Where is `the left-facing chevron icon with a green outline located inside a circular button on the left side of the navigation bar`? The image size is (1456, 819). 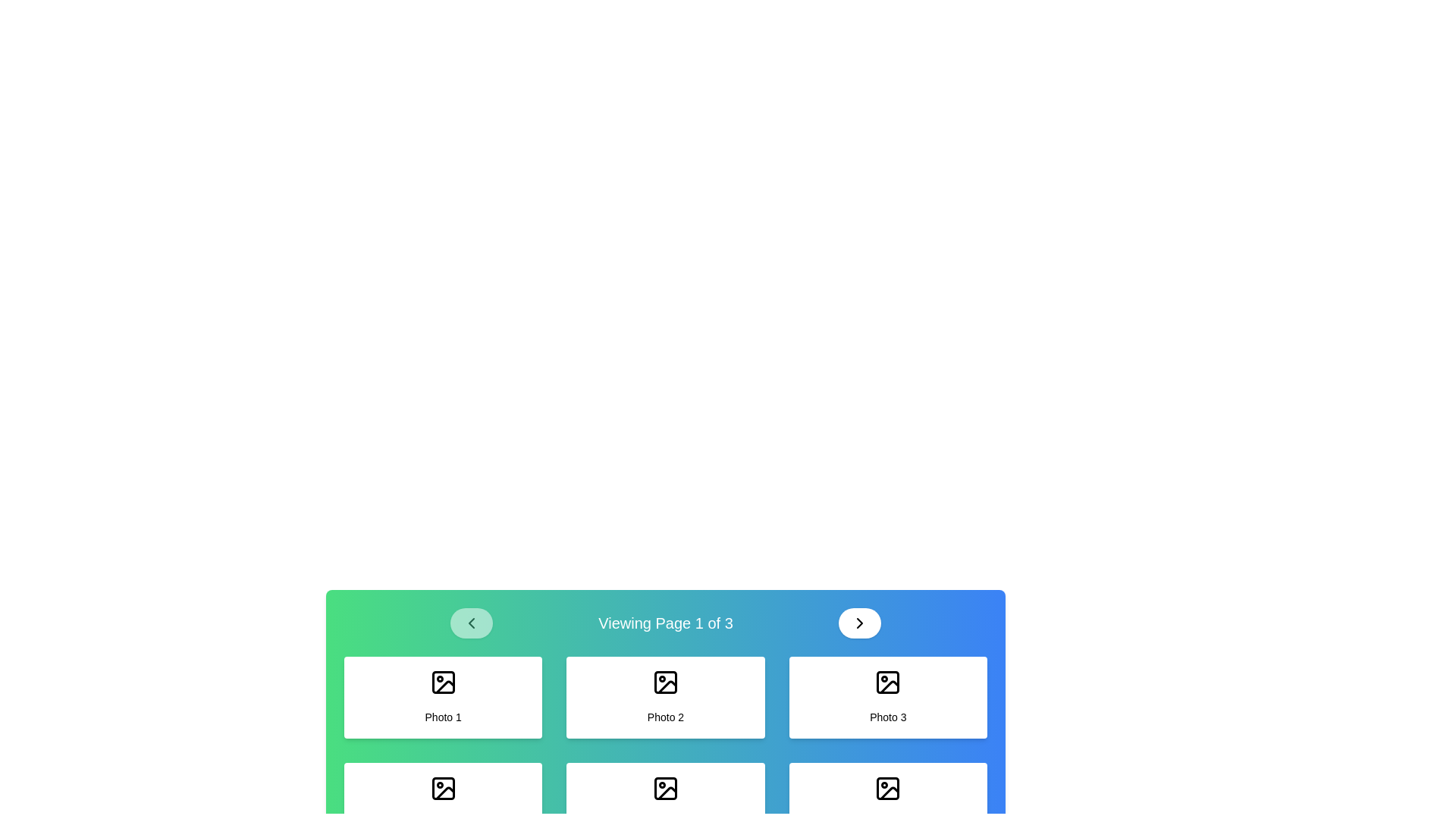
the left-facing chevron icon with a green outline located inside a circular button on the left side of the navigation bar is located at coordinates (470, 623).